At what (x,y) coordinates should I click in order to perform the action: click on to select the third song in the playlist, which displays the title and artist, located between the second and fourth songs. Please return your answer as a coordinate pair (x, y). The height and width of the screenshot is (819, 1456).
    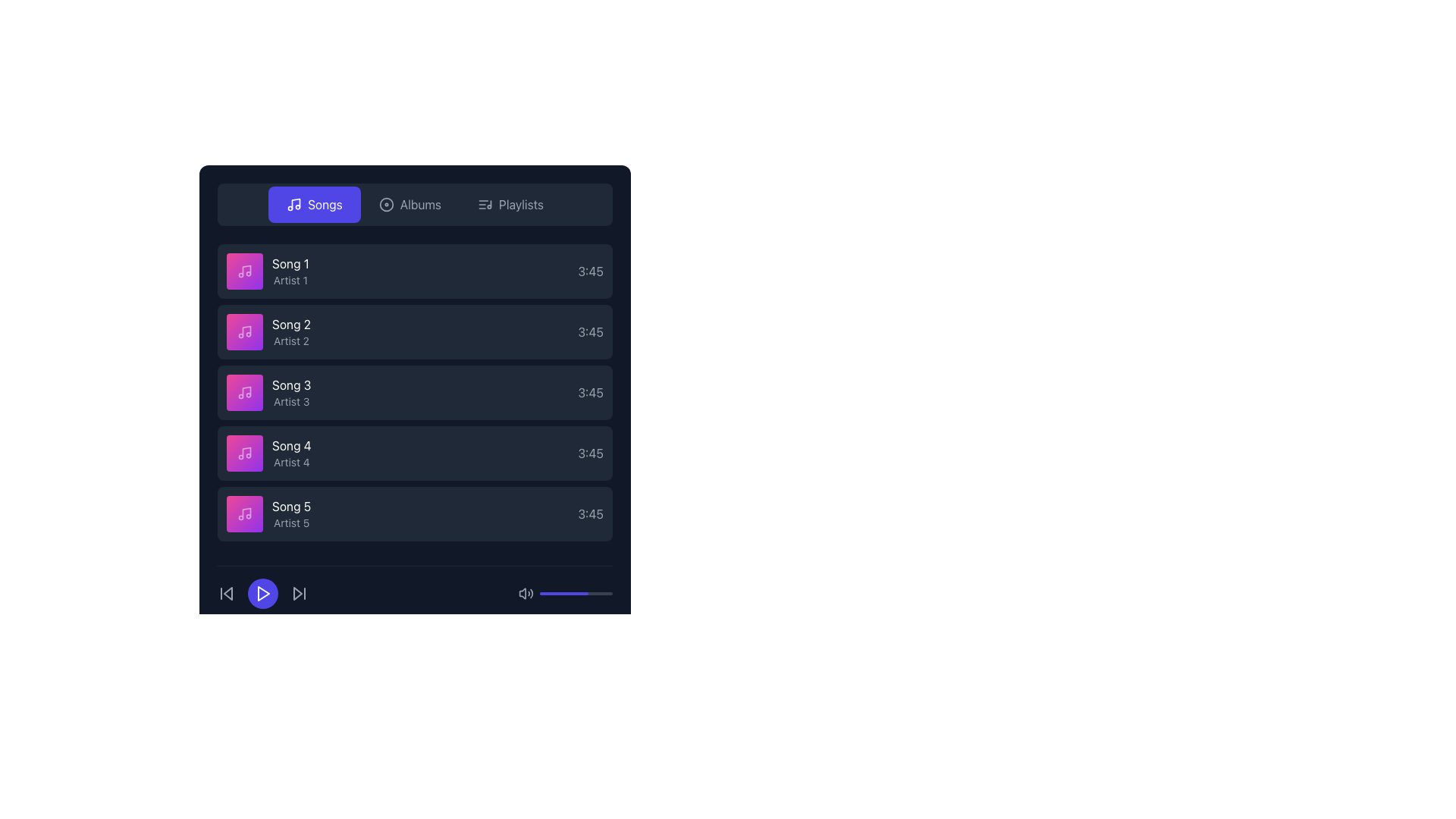
    Looking at the image, I should click on (291, 391).